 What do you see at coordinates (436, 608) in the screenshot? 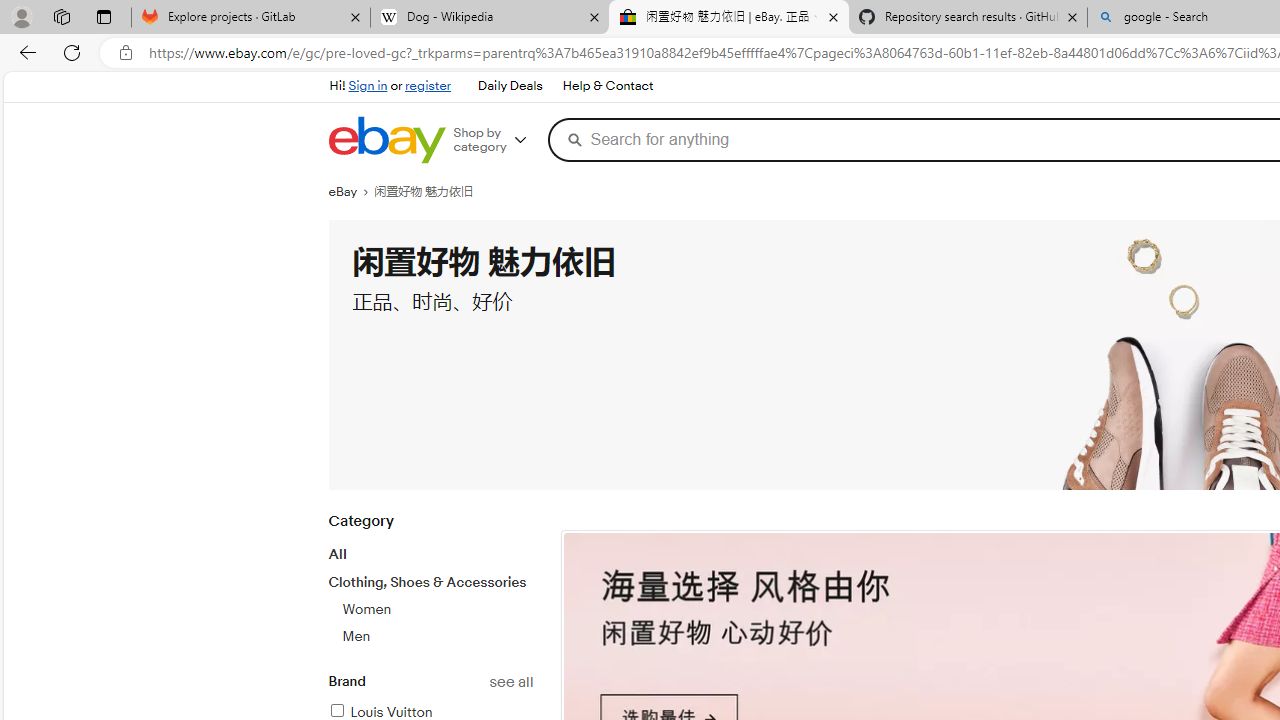
I see `'Women'` at bounding box center [436, 608].